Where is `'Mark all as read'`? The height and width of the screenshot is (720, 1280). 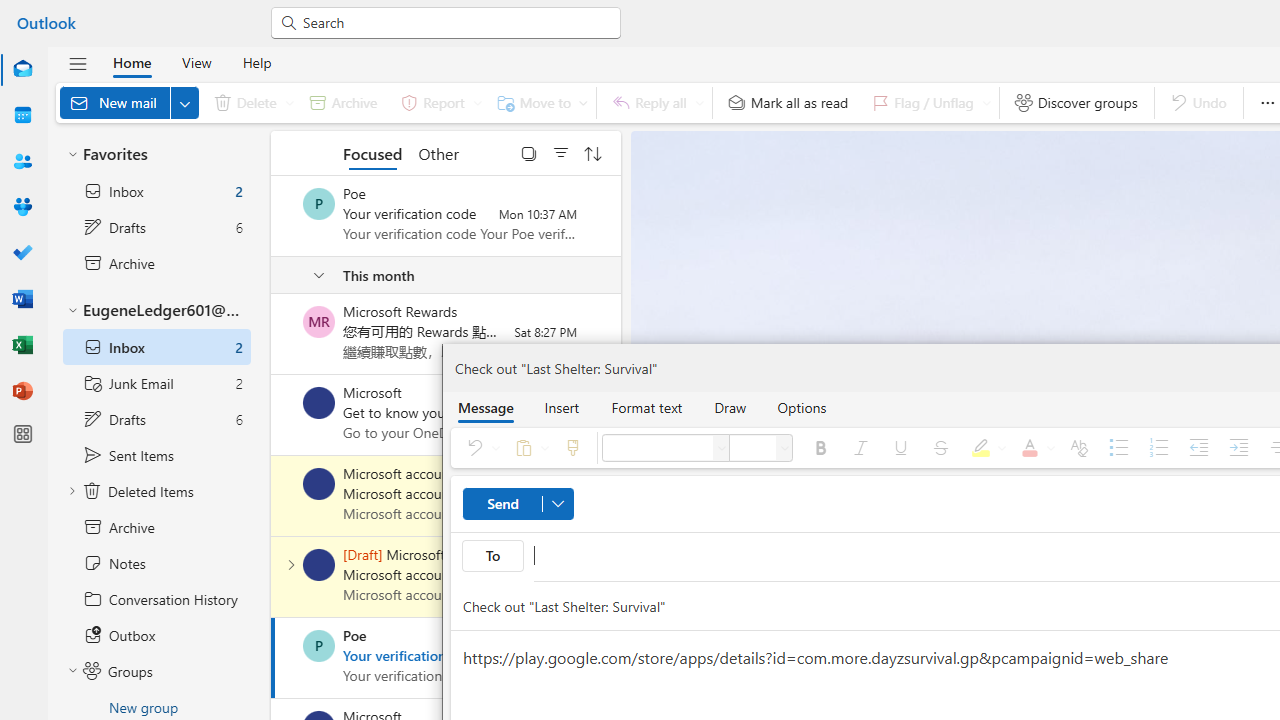 'Mark all as read' is located at coordinates (787, 102).